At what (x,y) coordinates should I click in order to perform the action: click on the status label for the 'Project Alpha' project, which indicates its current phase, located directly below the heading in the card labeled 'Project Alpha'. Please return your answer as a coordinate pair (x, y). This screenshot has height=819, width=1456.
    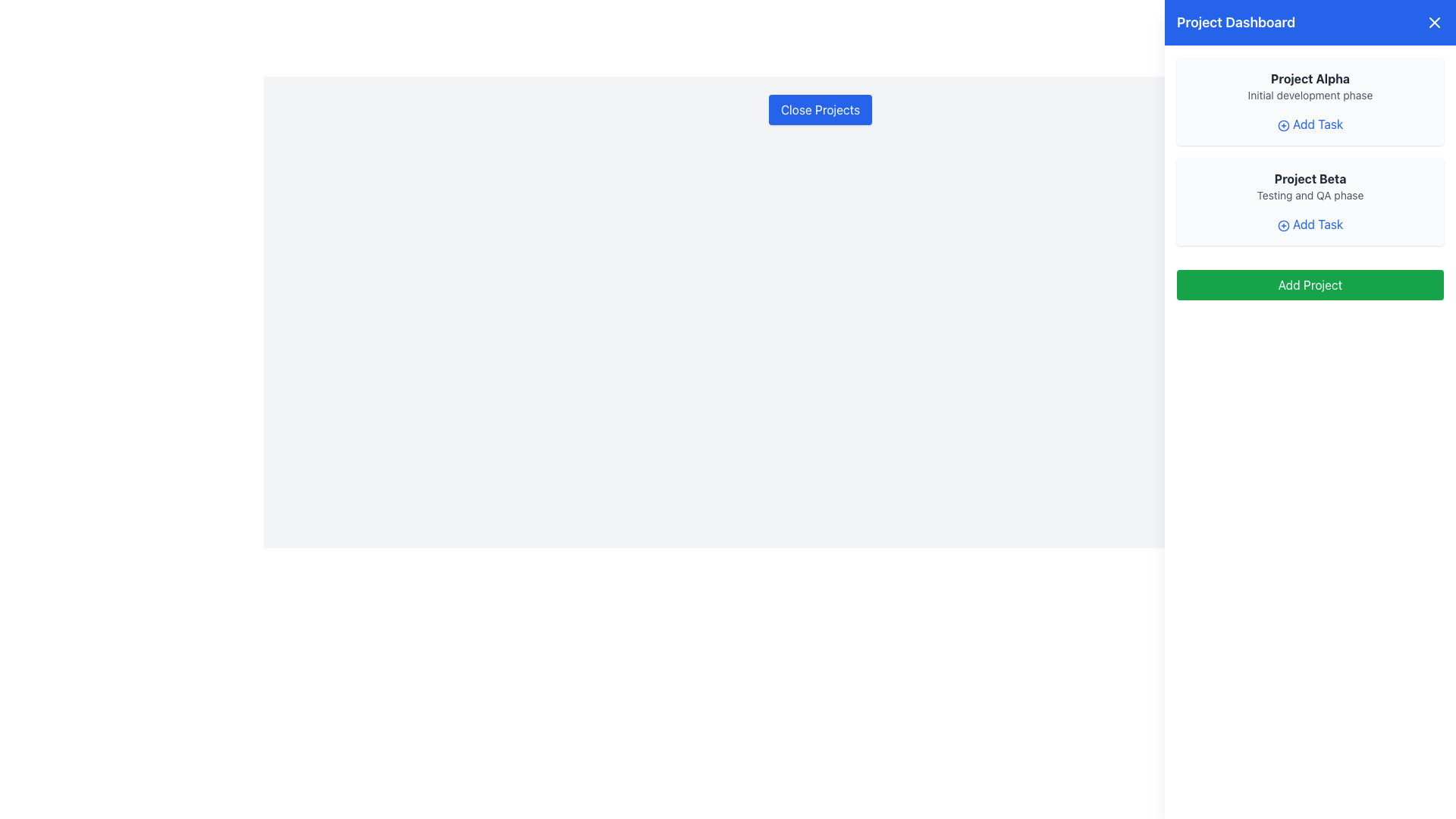
    Looking at the image, I should click on (1310, 96).